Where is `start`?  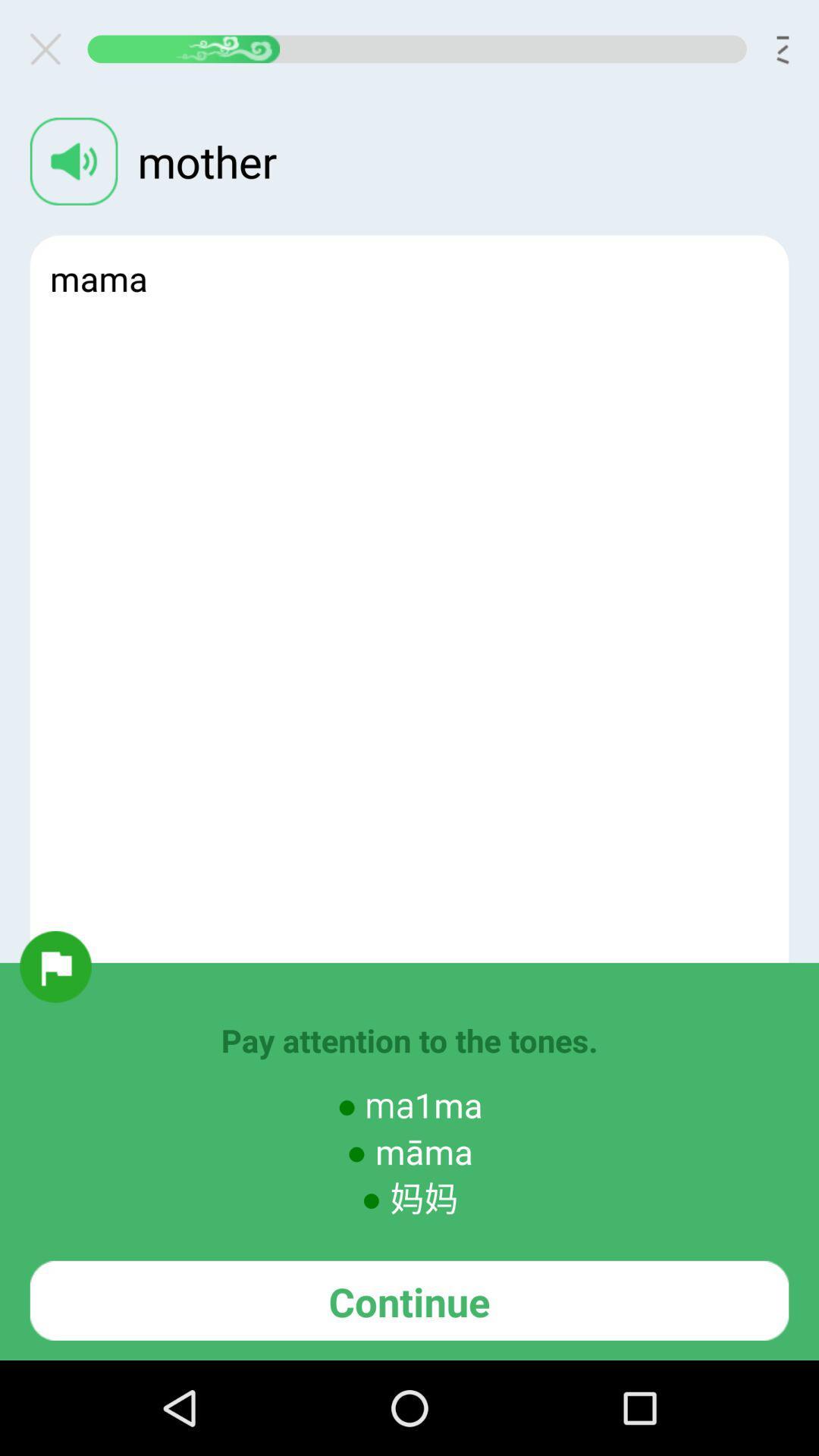
start is located at coordinates (55, 966).